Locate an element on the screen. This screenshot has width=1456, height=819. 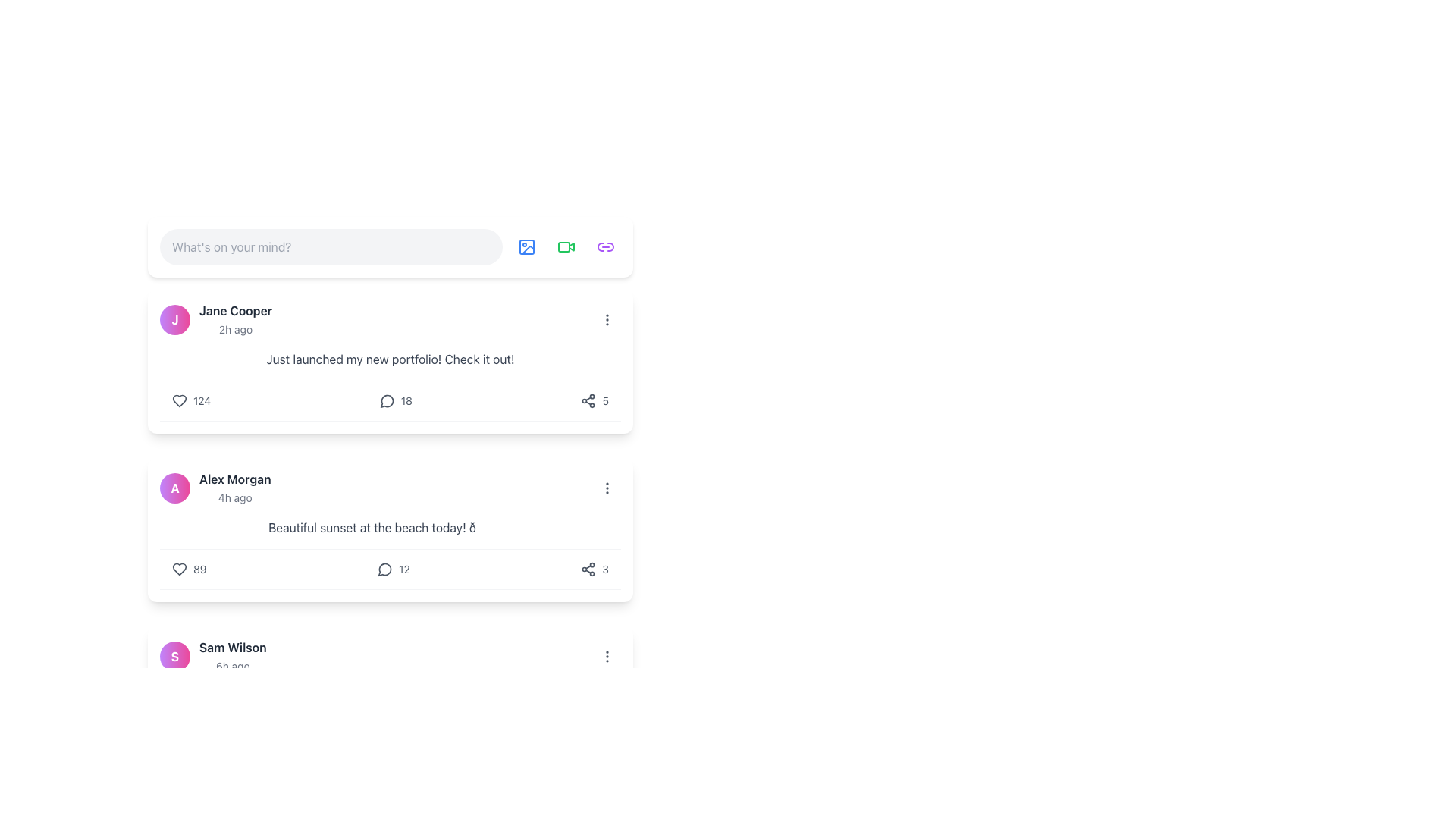
the static text label displaying the name of the user 'Sam Wilson' associated with the post, located in the lower section of the interface as part of a card-like structure is located at coordinates (232, 647).